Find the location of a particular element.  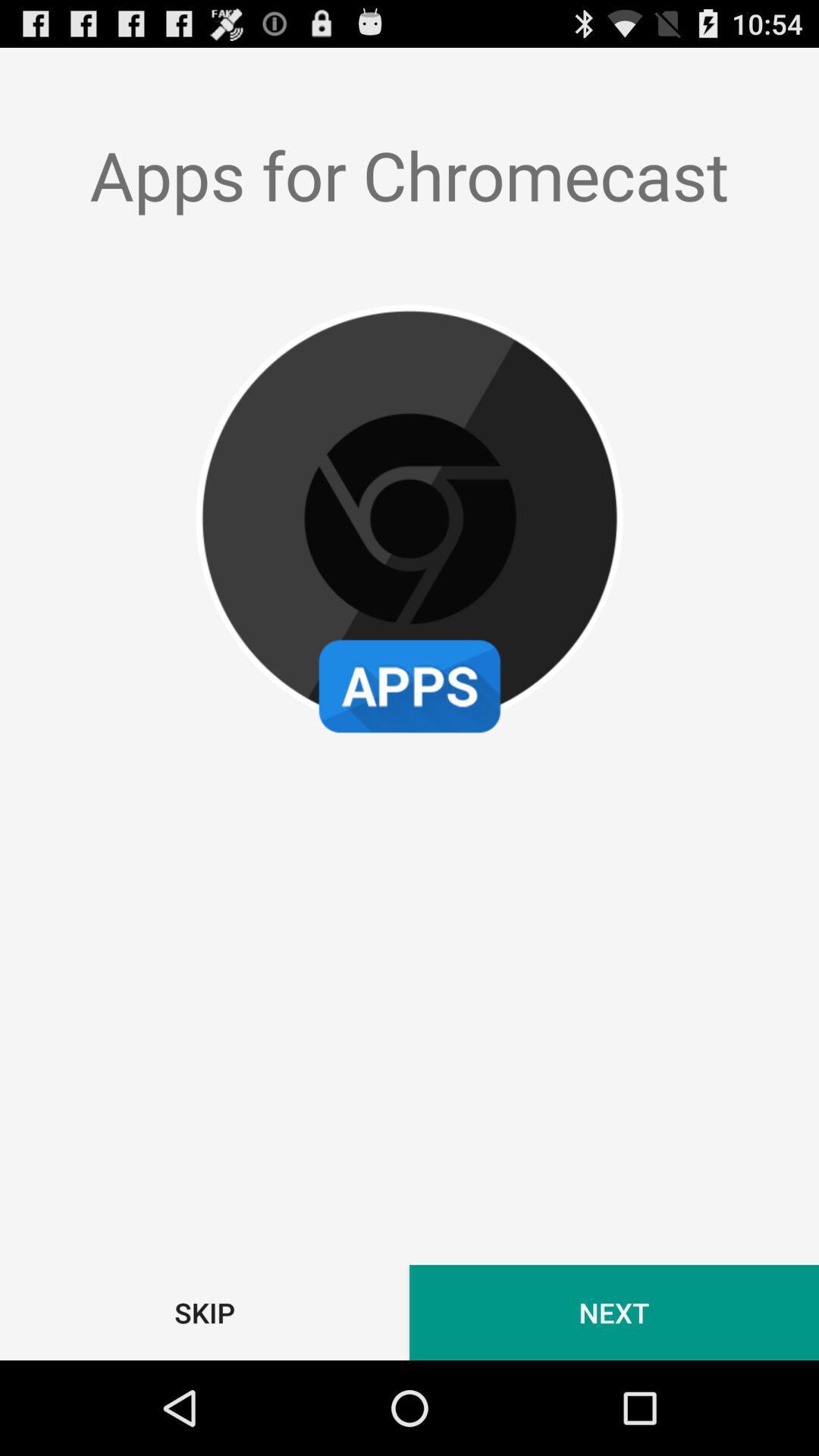

next at the bottom right corner is located at coordinates (614, 1312).